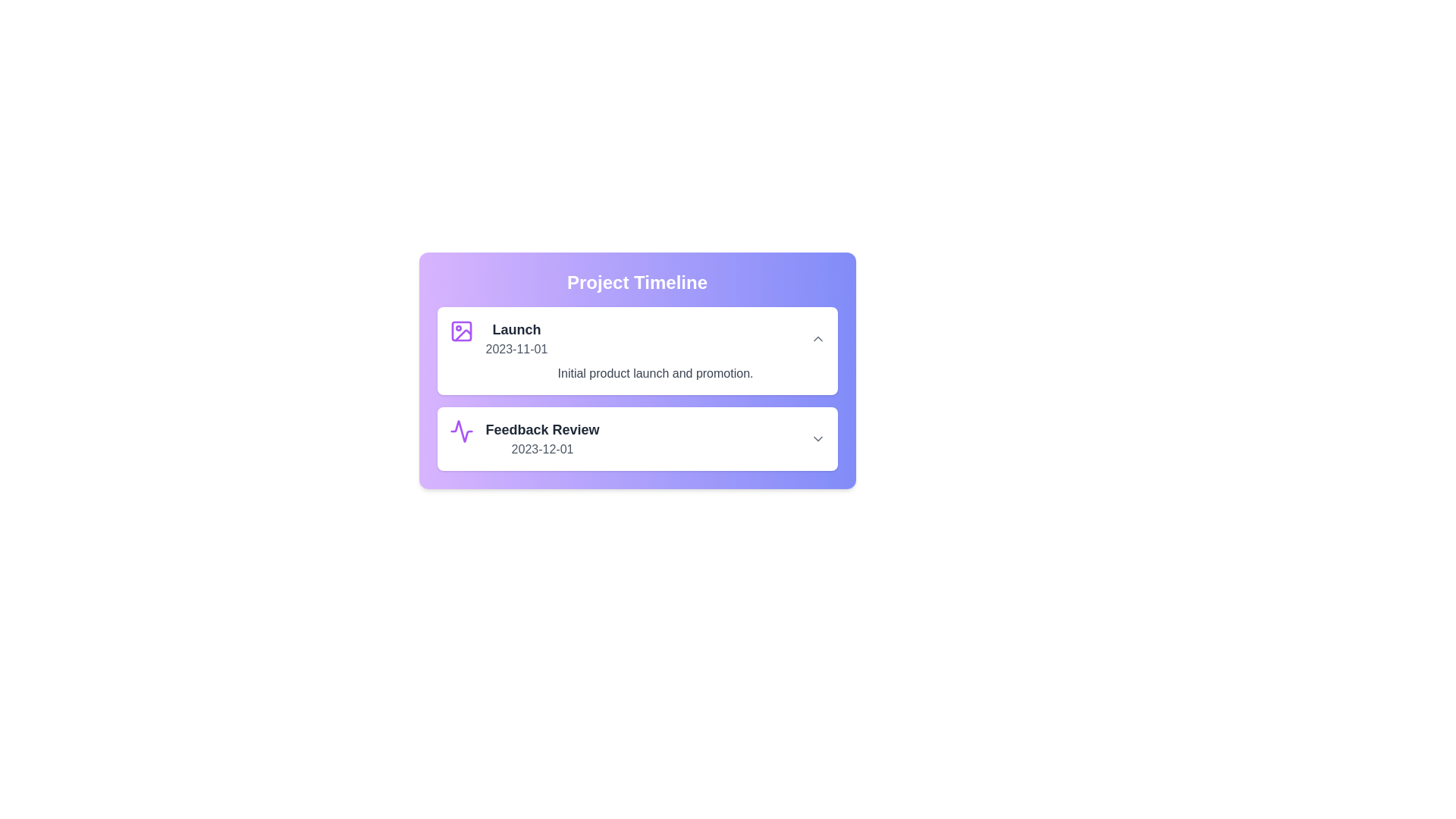  I want to click on date displayed in the gray-colored text label below the title 'Feedback Review' in the 'Project Timeline' interface, so click(542, 449).